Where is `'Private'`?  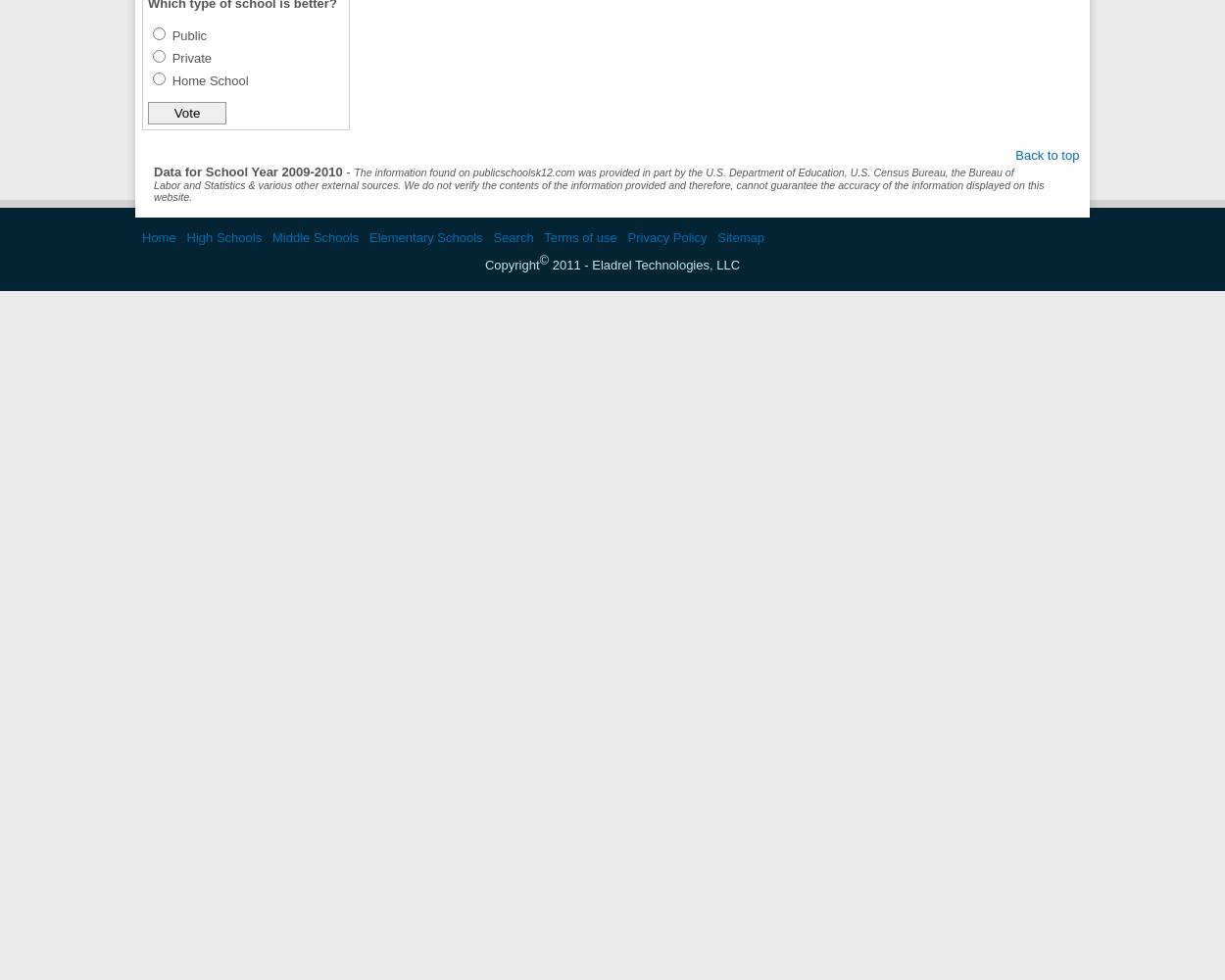
'Private' is located at coordinates (171, 58).